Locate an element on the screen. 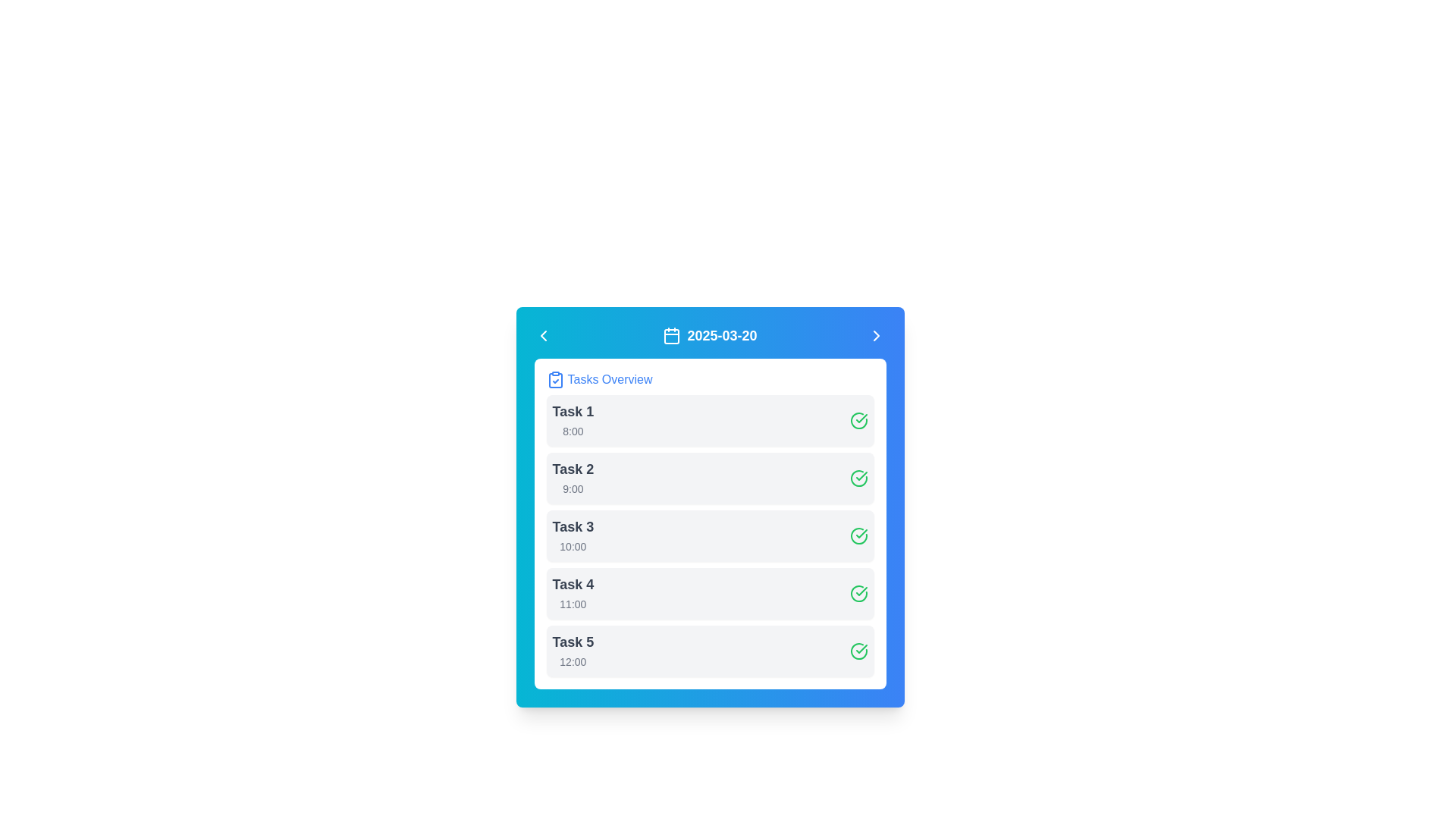  the text label displaying '12:00', which is styled in gray and located to the right of 'Task 5' in the fifth row of the task list interface is located at coordinates (572, 661).